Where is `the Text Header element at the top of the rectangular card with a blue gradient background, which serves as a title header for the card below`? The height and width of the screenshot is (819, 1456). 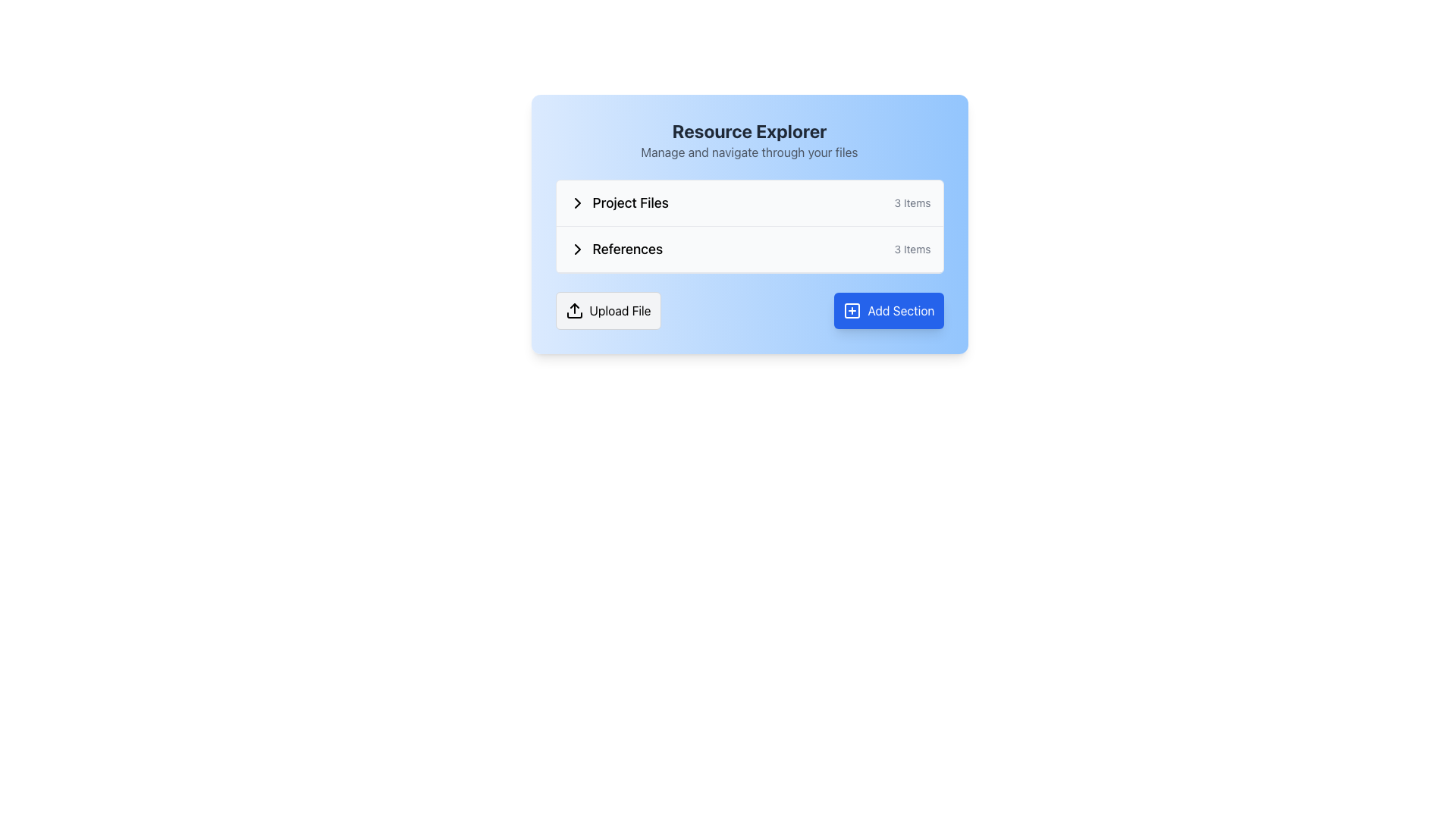 the Text Header element at the top of the rectangular card with a blue gradient background, which serves as a title header for the card below is located at coordinates (749, 140).